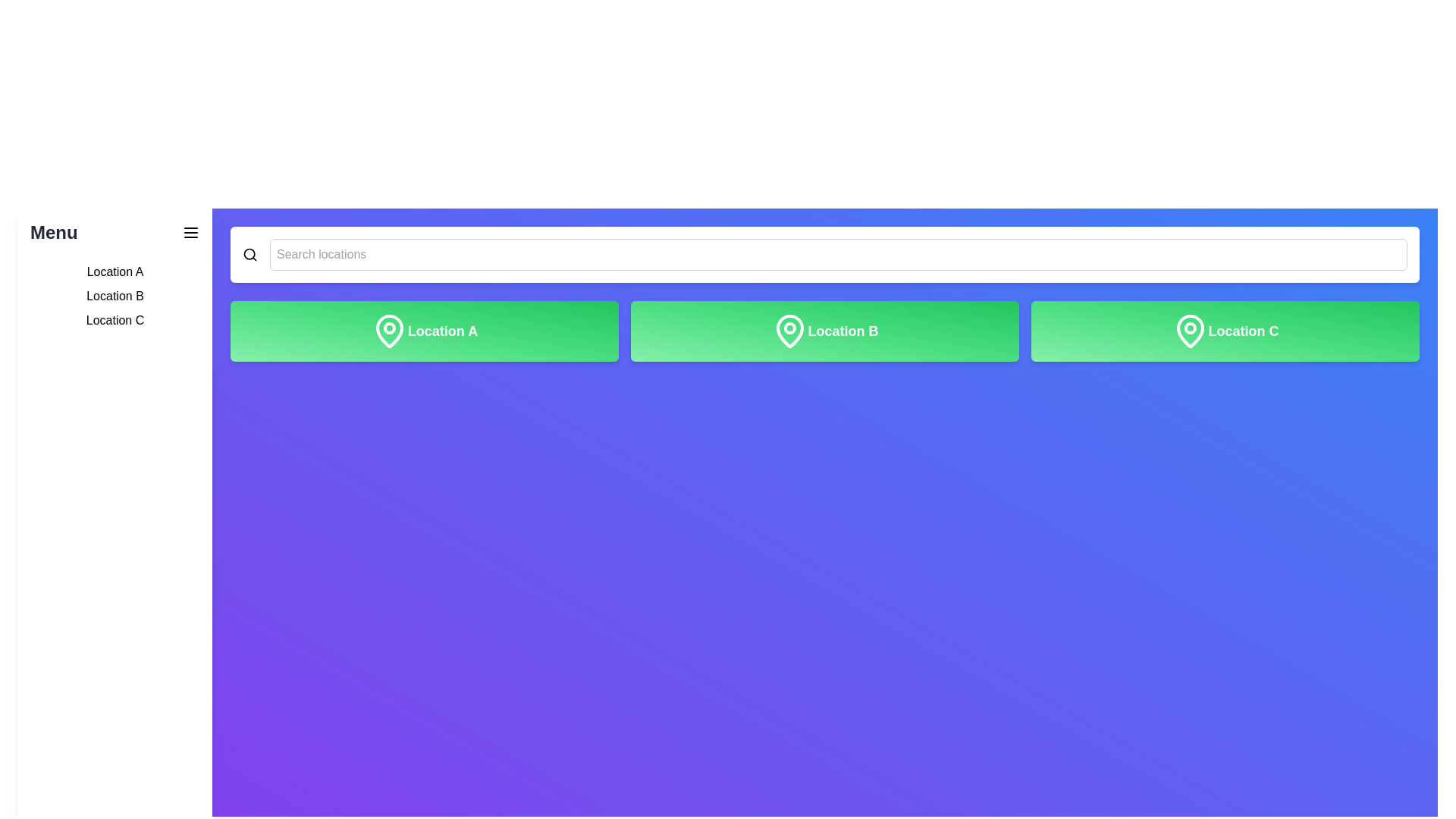 This screenshot has height=819, width=1456. I want to click on the text label displaying 'Location A' in the left sidebar, so click(115, 271).